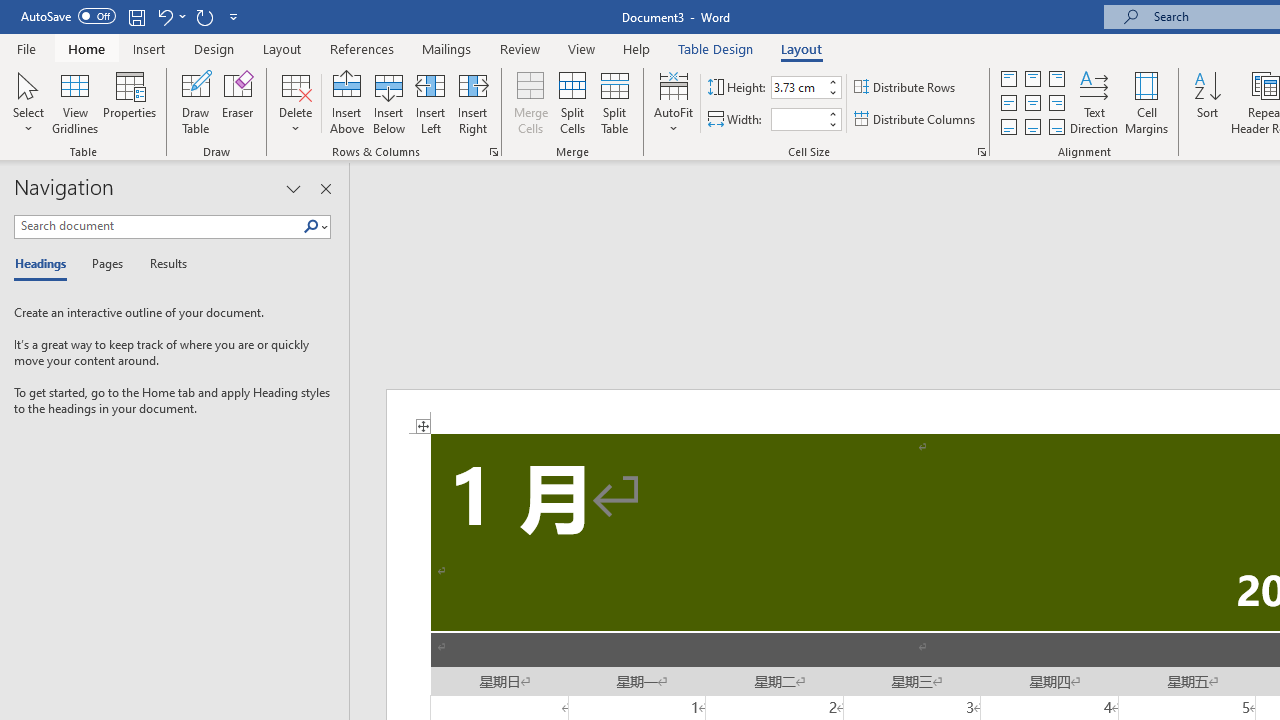 Image resolution: width=1280 pixels, height=720 pixels. I want to click on 'Insert Right', so click(471, 103).